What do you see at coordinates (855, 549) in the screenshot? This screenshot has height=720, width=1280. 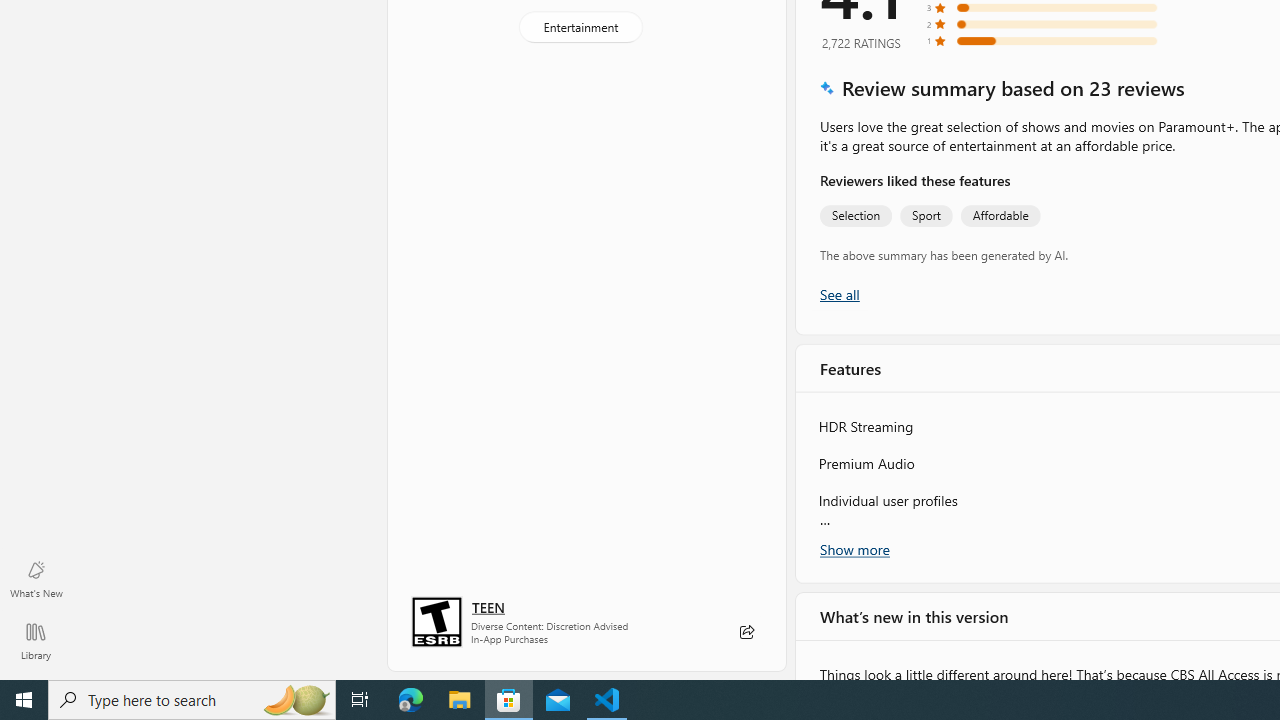 I see `'Show more'` at bounding box center [855, 549].